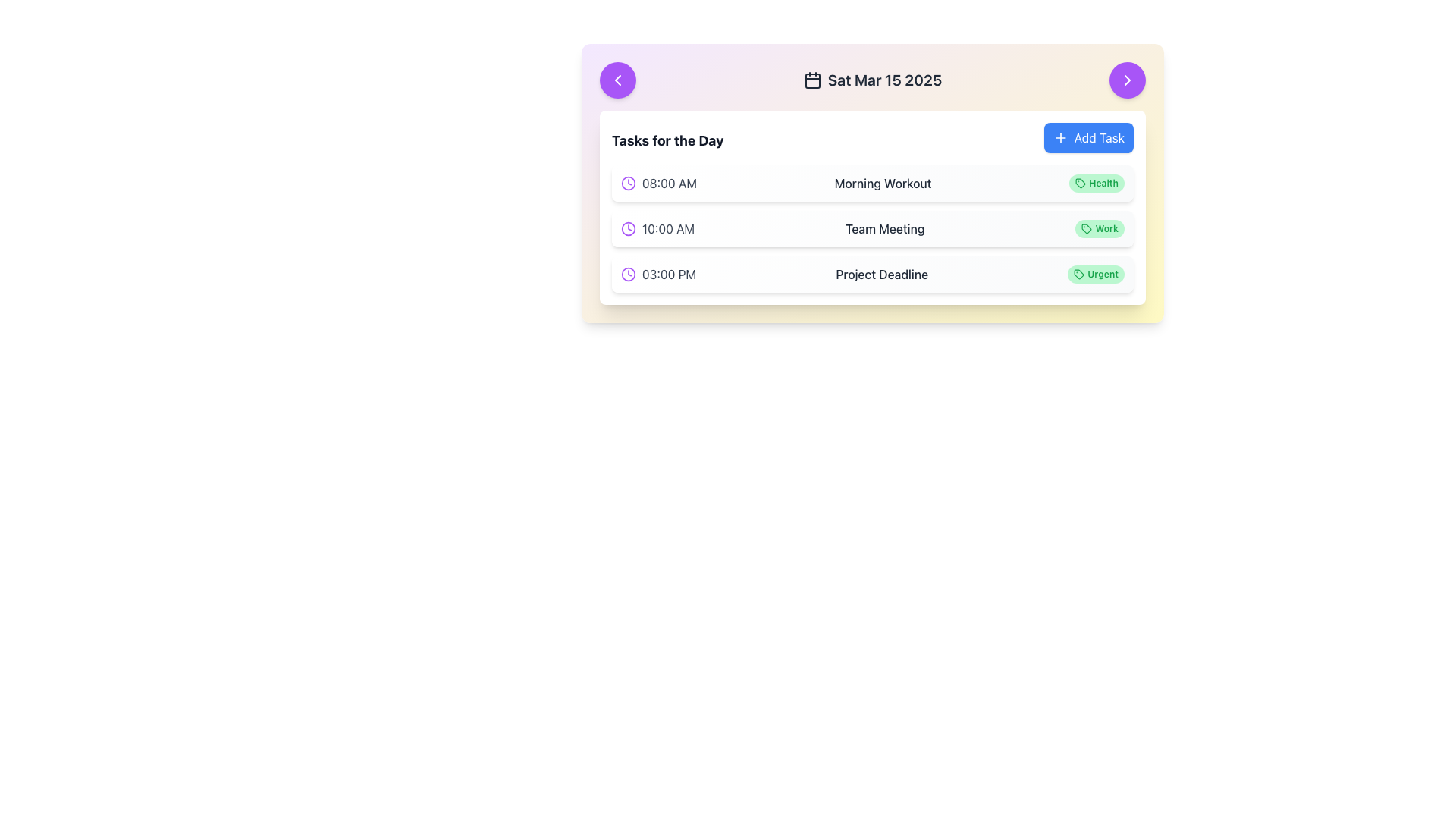 This screenshot has height=819, width=1456. I want to click on time associated with the 'Morning Workout' task displayed in the text label at the top left corner of the task list, so click(658, 183).